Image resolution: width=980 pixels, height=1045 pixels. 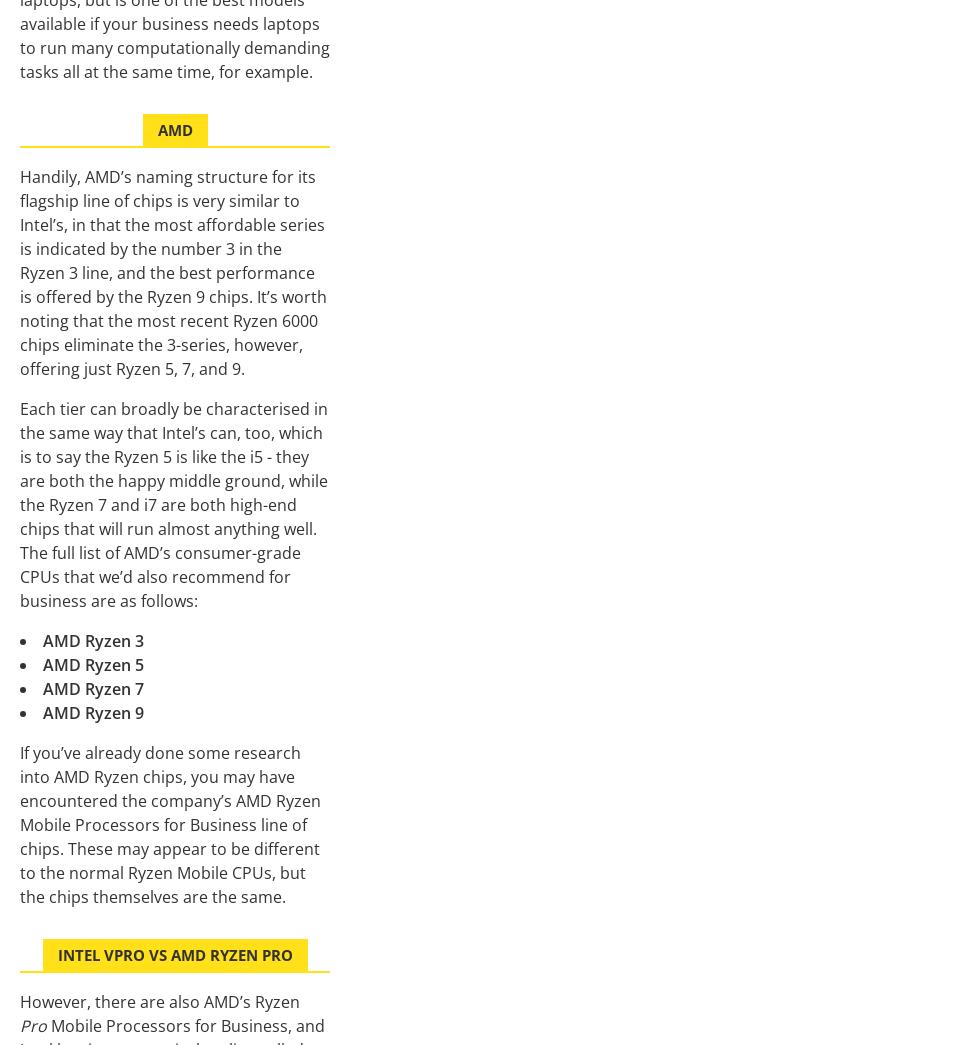 What do you see at coordinates (93, 688) in the screenshot?
I see `'AMD Ryzen 7'` at bounding box center [93, 688].